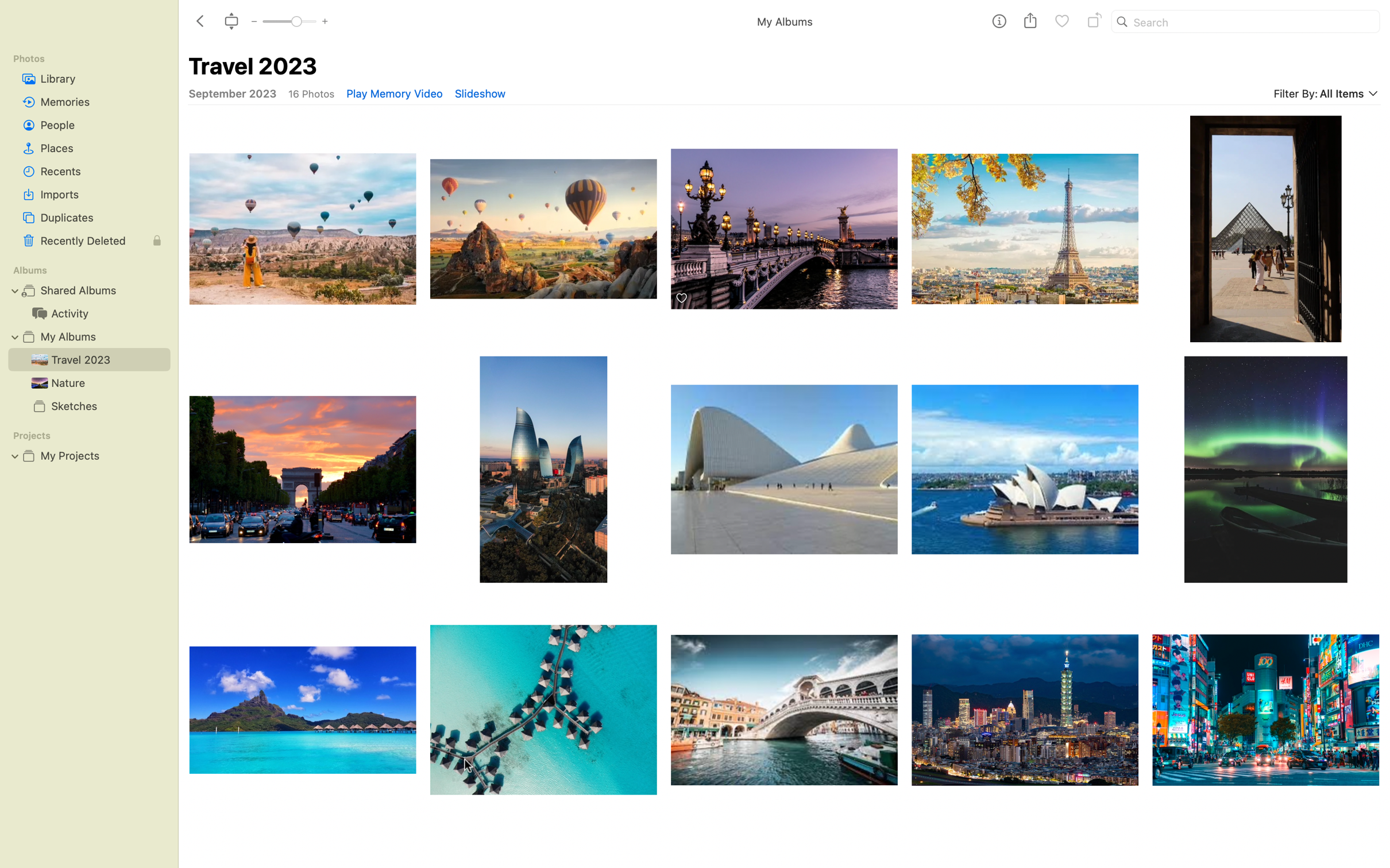 Image resolution: width=1390 pixels, height=868 pixels. Describe the element at coordinates (300, 470) in the screenshot. I see `Spin the image of Arc de Triomphe three times` at that location.